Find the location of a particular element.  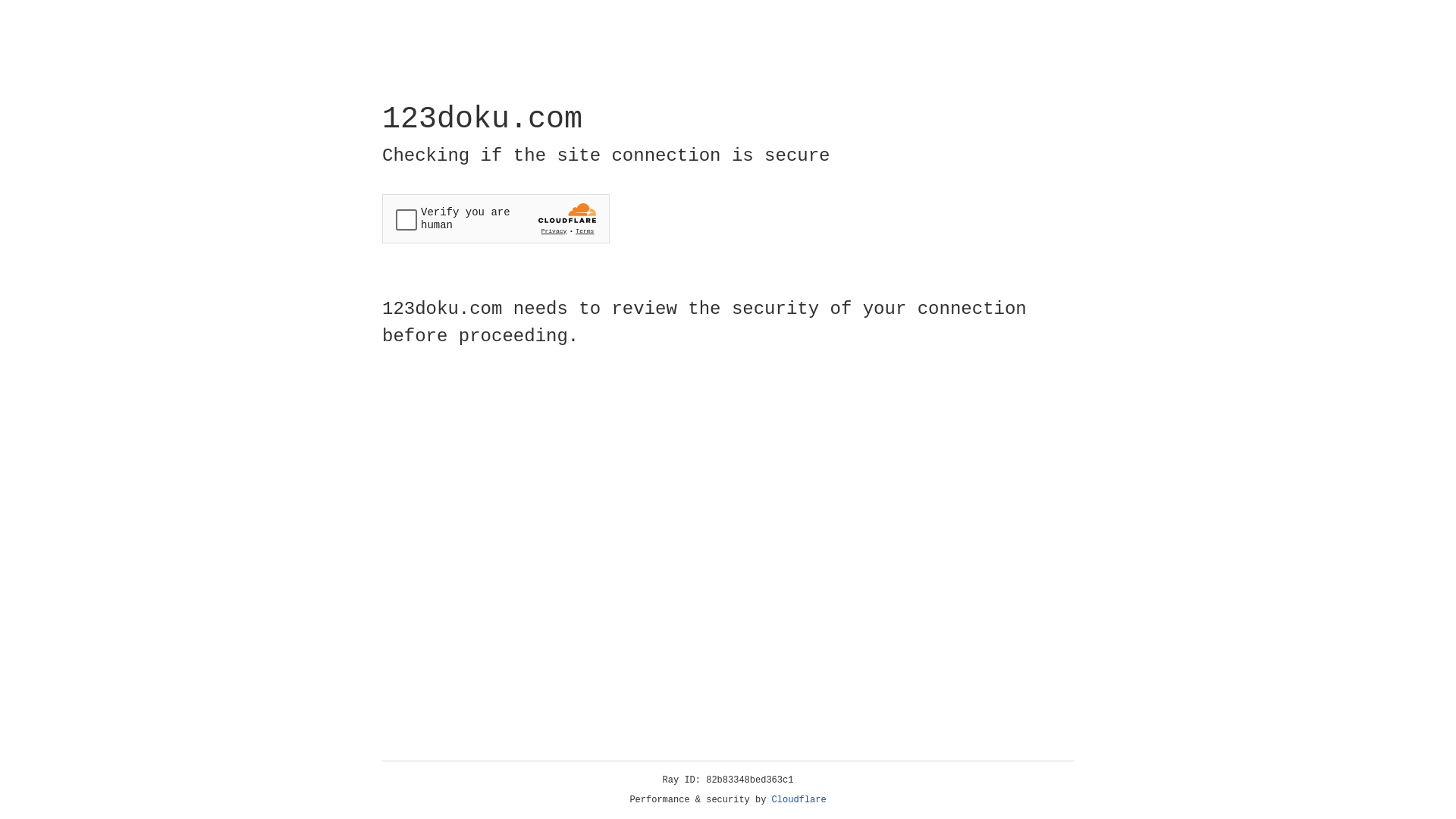

'Cloudflare' is located at coordinates (799, 799).